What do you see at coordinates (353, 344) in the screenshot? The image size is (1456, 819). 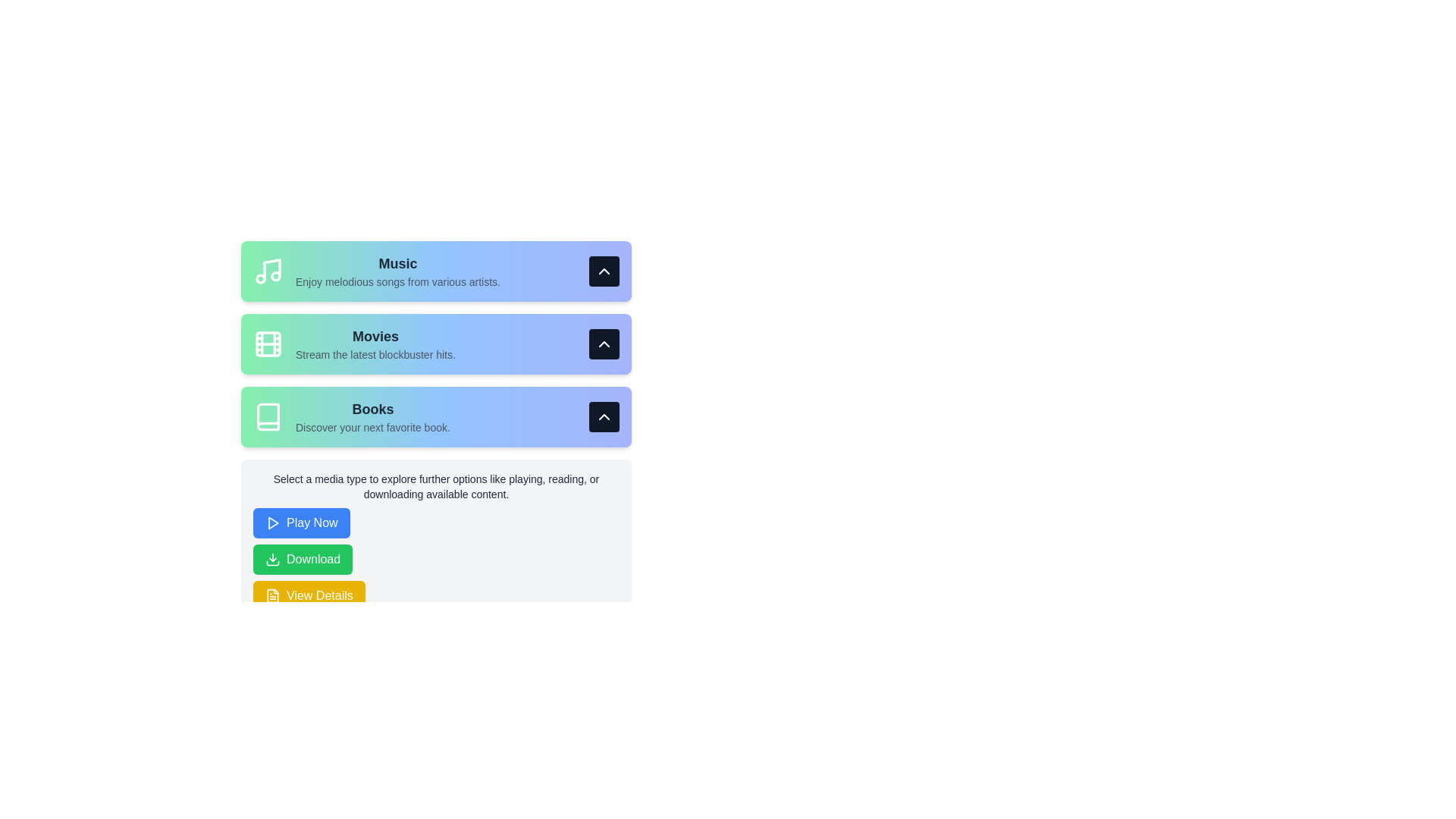 I see `the Information card titled 'Movies' with a film reel icon, located in the second position of the vertically stacked list of cards` at bounding box center [353, 344].